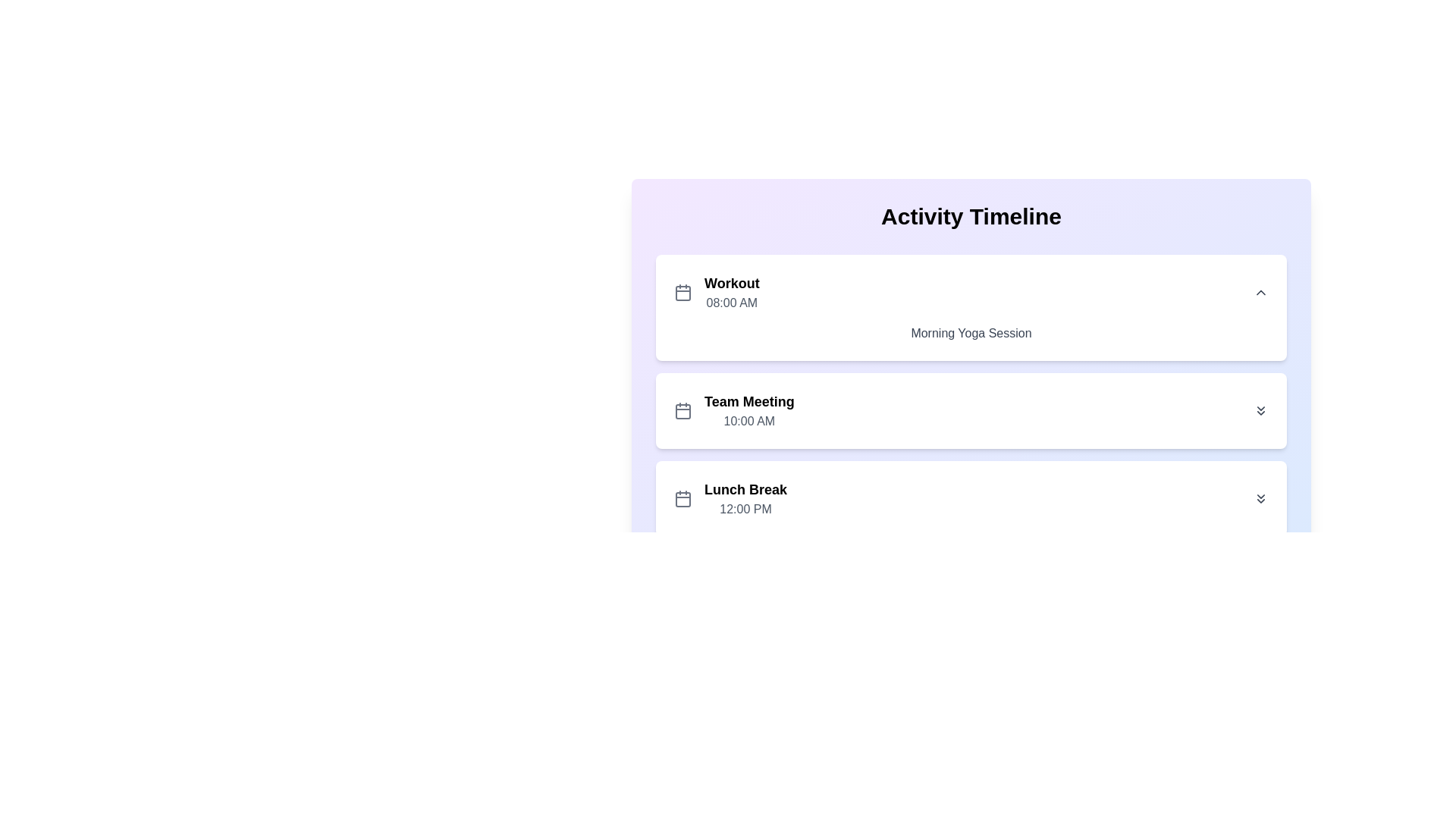 This screenshot has width=1456, height=819. I want to click on the label displaying '12:00 PM' located below the 'Lunch Break' text in the third timeline entry, so click(745, 509).